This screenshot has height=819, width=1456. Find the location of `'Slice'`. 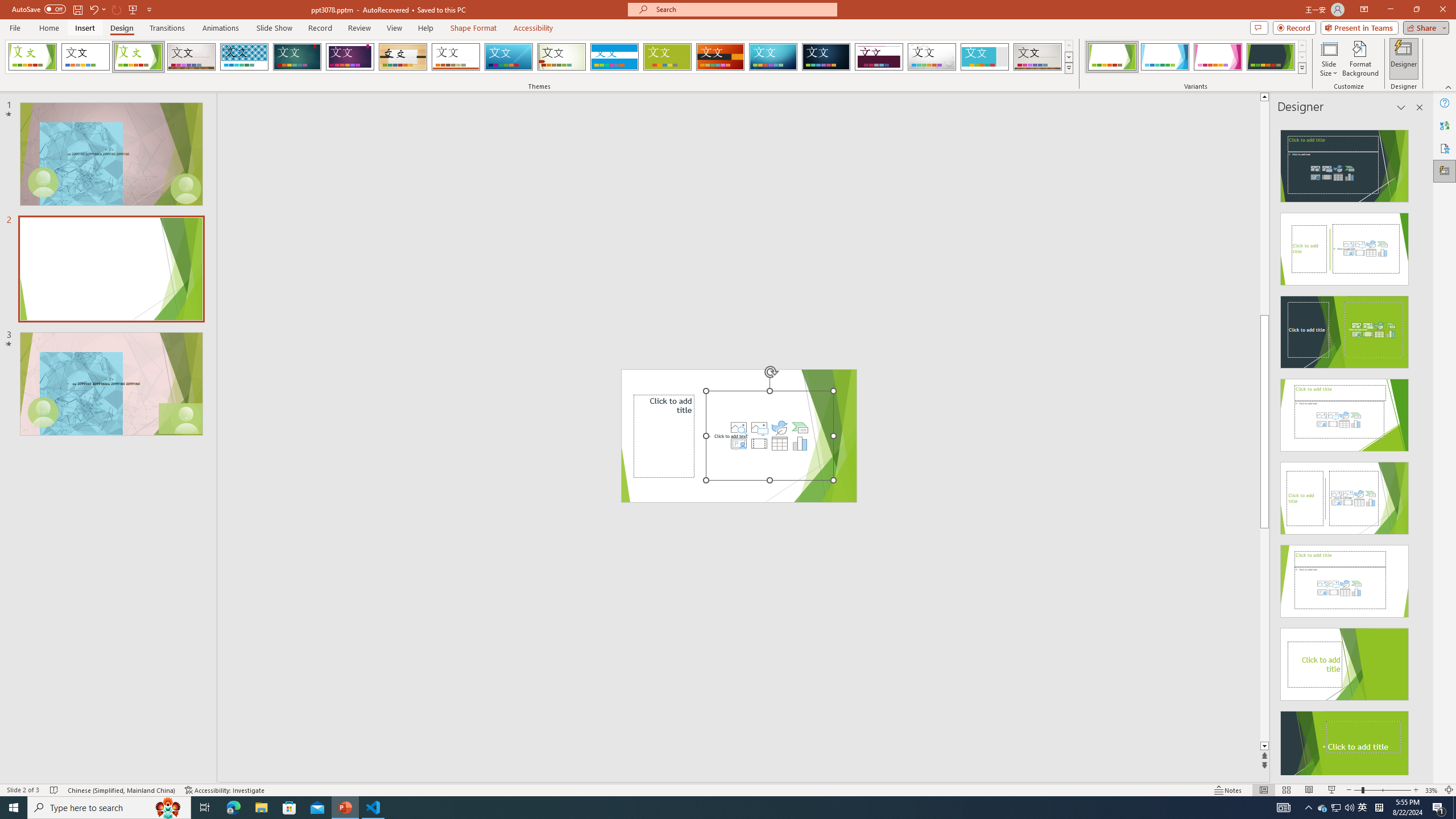

'Slice' is located at coordinates (508, 56).